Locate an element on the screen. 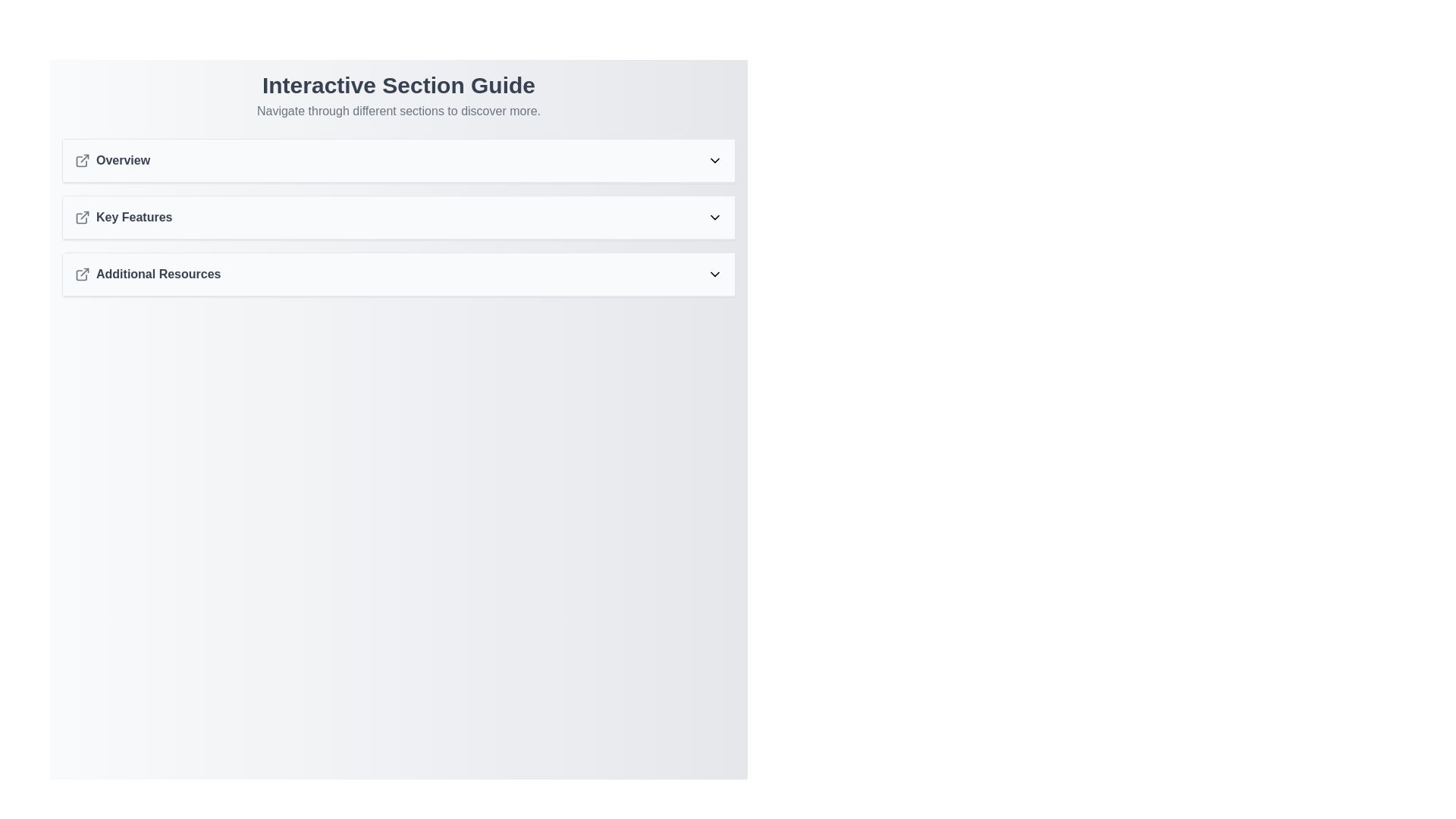 The image size is (1456, 819). the dropdown toggle icon located at the right-hand side of the 'Key Features' section header is located at coordinates (714, 217).